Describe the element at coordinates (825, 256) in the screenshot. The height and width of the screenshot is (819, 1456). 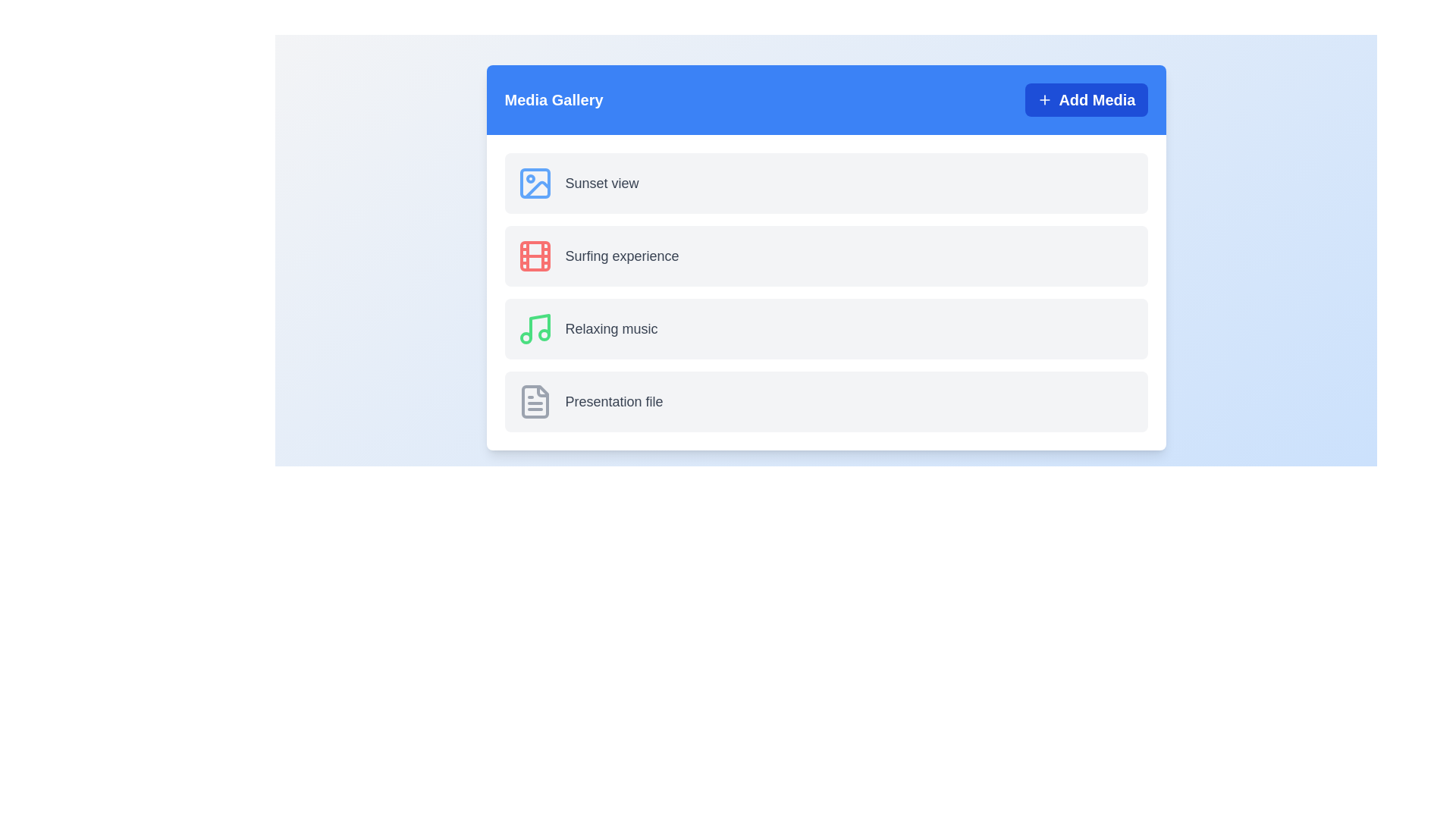
I see `the second list entry related to 'Surfing experience'` at that location.